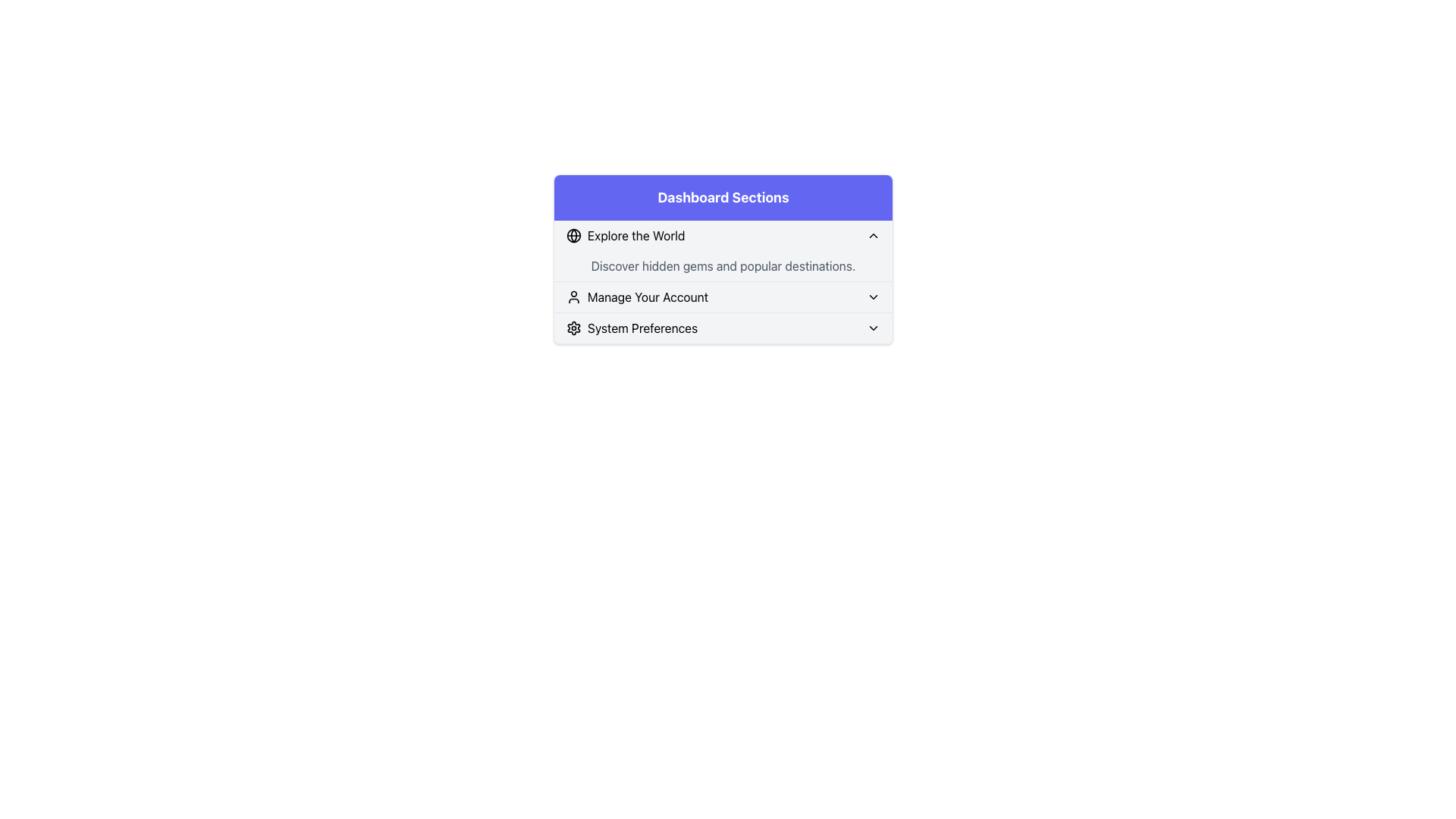 The width and height of the screenshot is (1456, 819). Describe the element at coordinates (573, 327) in the screenshot. I see `the stylized gear icon located to the left of the 'System Preferences' text` at that location.